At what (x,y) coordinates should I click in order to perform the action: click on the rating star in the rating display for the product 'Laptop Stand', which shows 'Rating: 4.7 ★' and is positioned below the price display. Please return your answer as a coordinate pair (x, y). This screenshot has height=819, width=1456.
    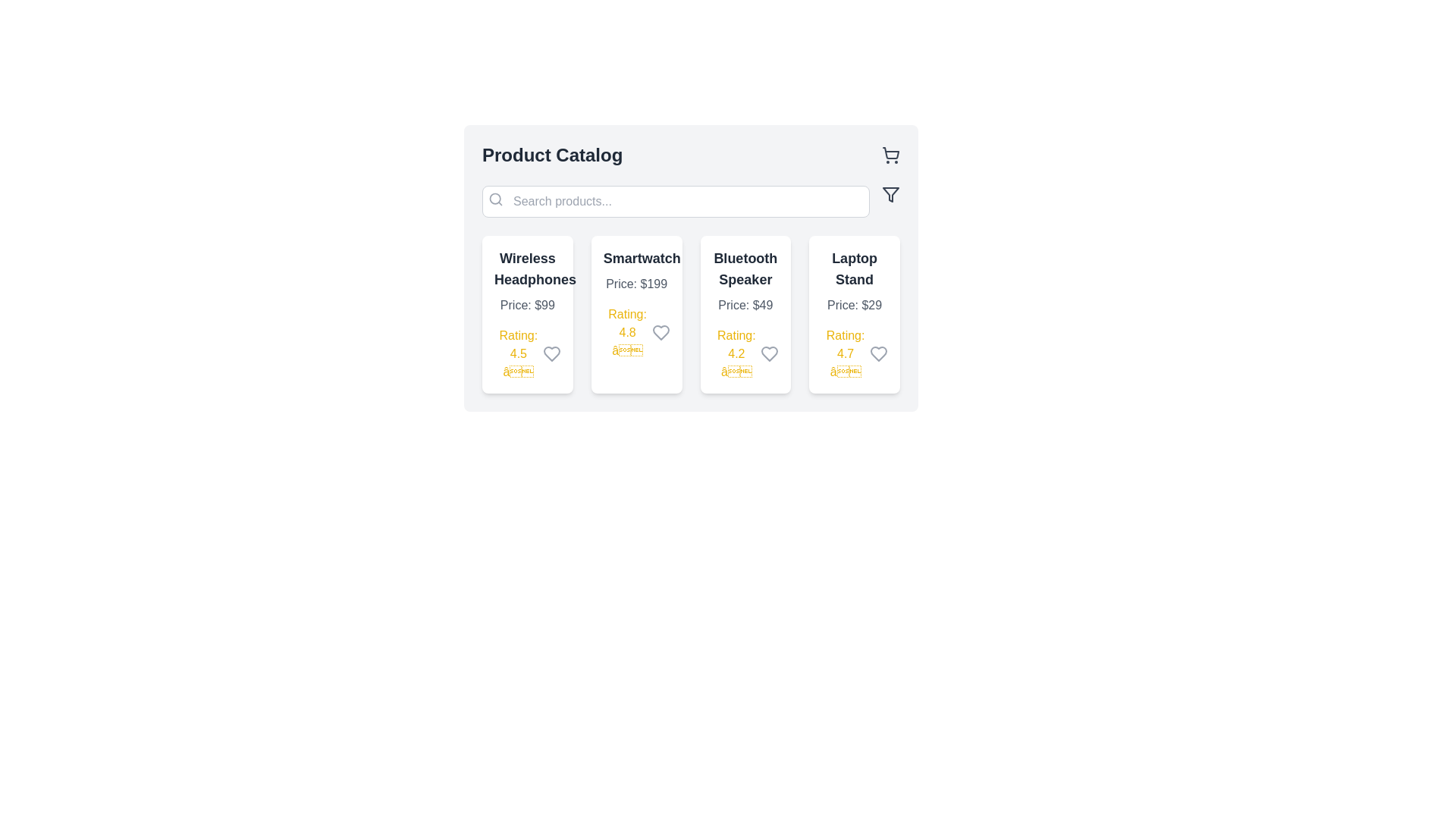
    Looking at the image, I should click on (855, 353).